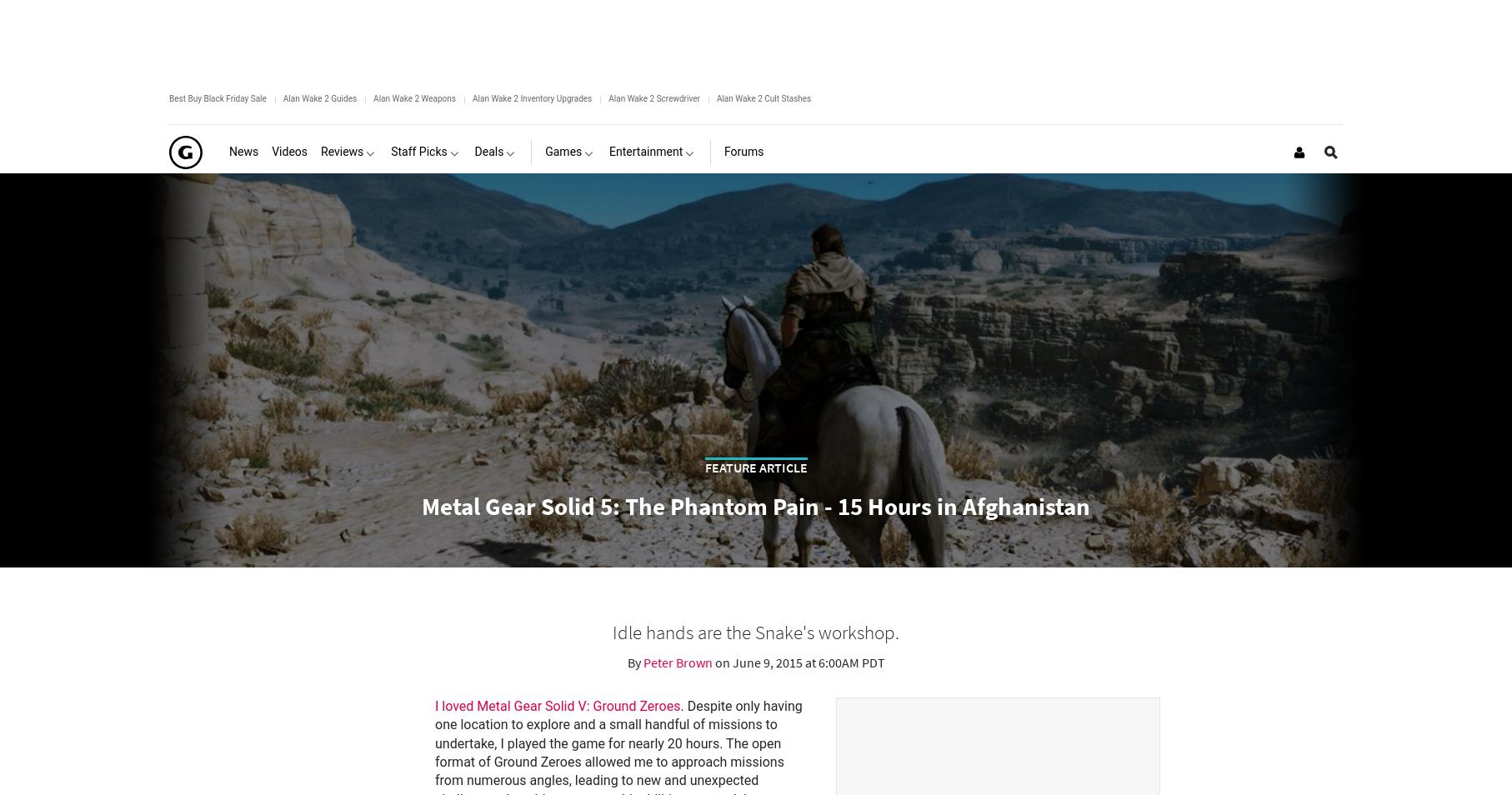 This screenshot has width=1512, height=795. What do you see at coordinates (531, 97) in the screenshot?
I see `'Alan Wake 2 Inventory Upgrades'` at bounding box center [531, 97].